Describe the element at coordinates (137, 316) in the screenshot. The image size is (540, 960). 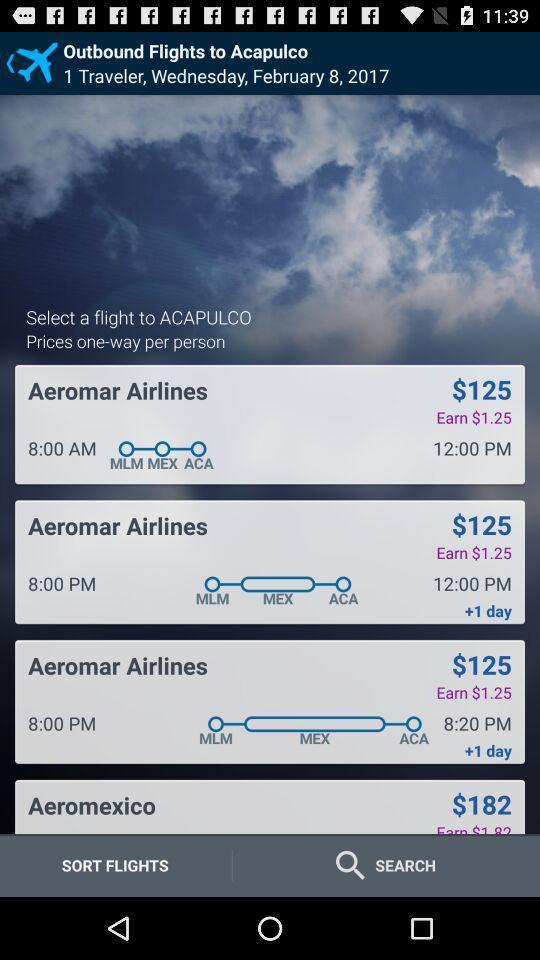
I see `select a flight icon` at that location.